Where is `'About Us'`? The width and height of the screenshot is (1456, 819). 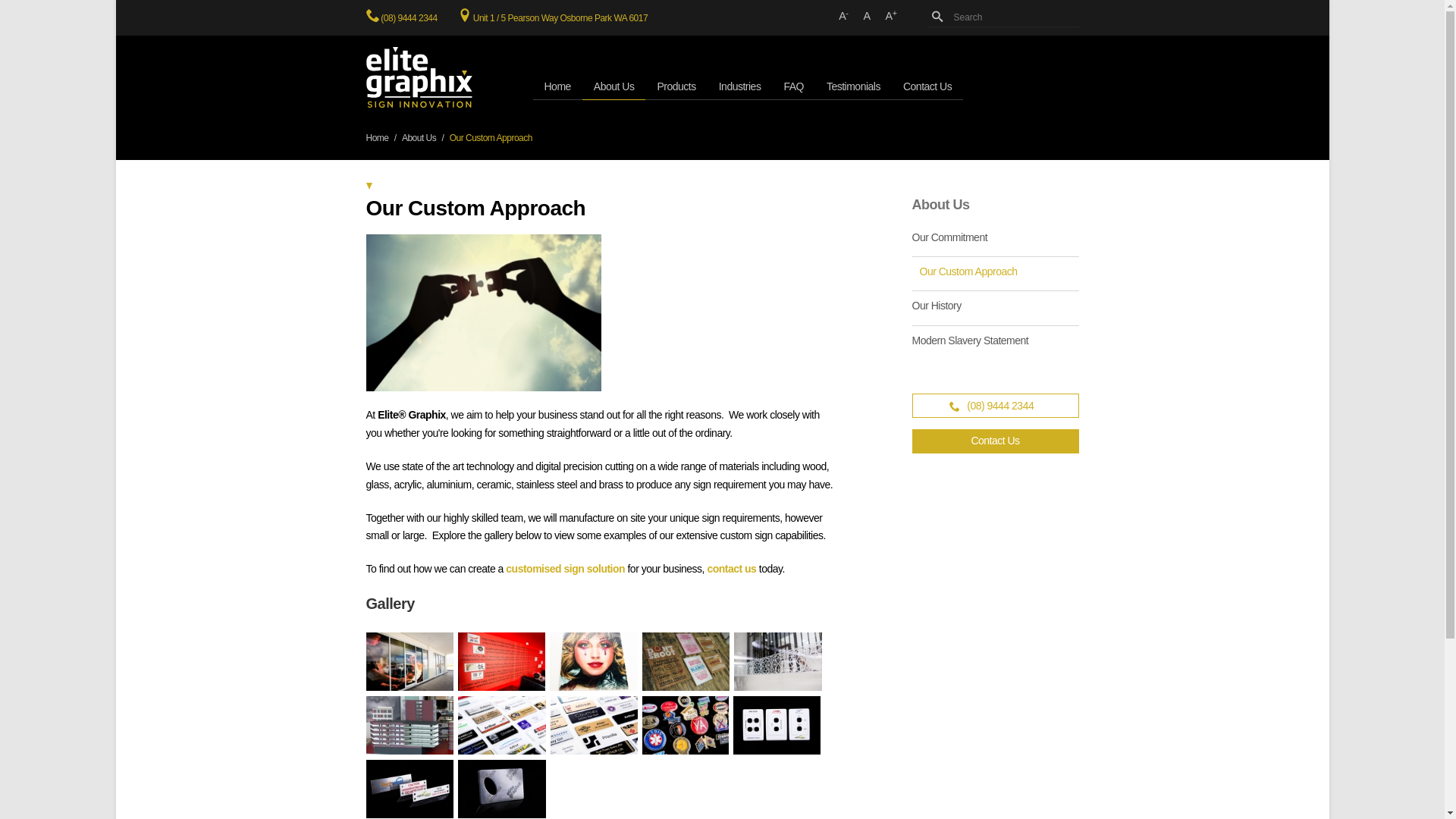 'About Us' is located at coordinates (614, 86).